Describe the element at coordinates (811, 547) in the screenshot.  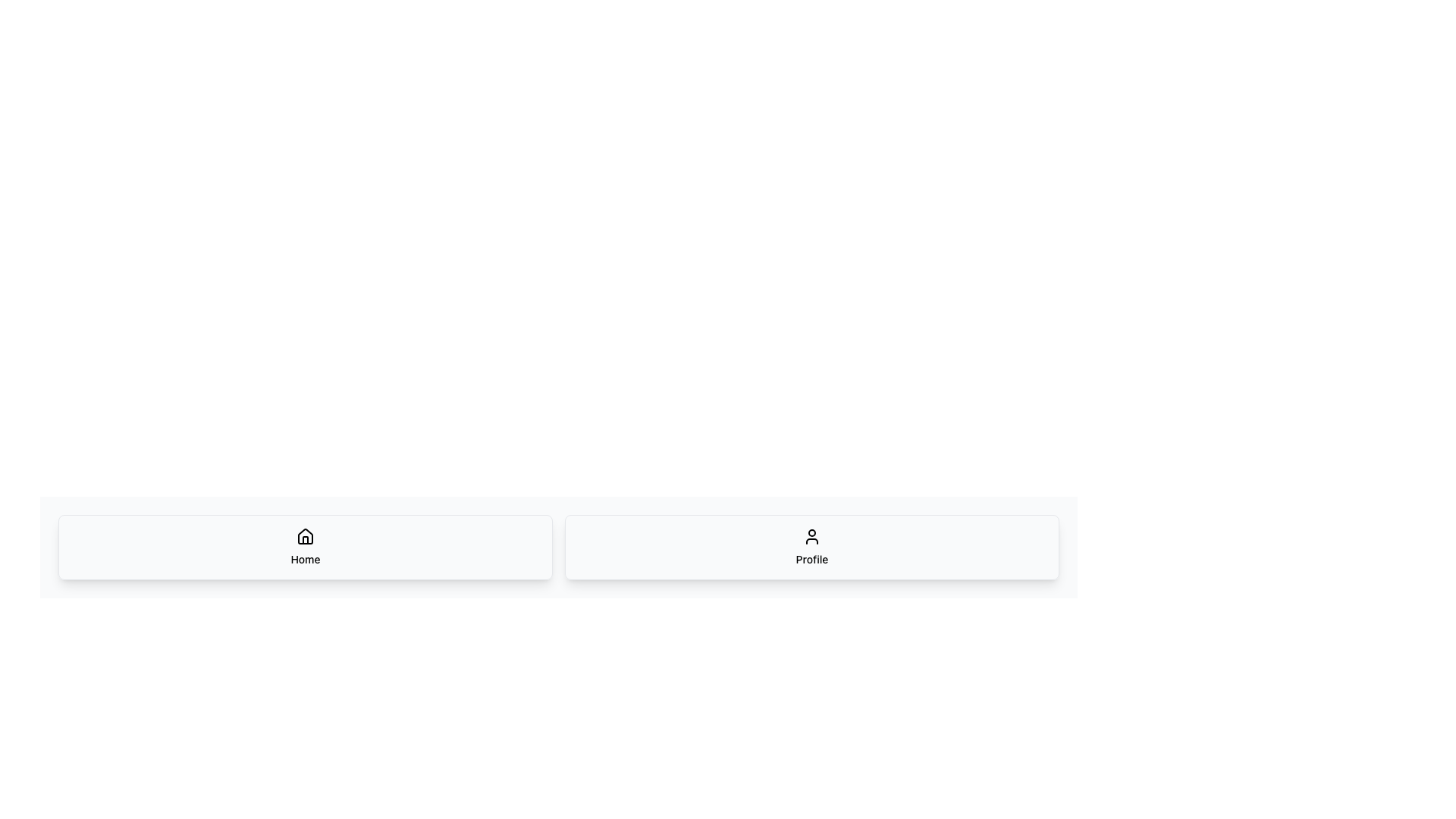
I see `the 'Profile' label with user icon located on the right side of the horizontal menu bar` at that location.